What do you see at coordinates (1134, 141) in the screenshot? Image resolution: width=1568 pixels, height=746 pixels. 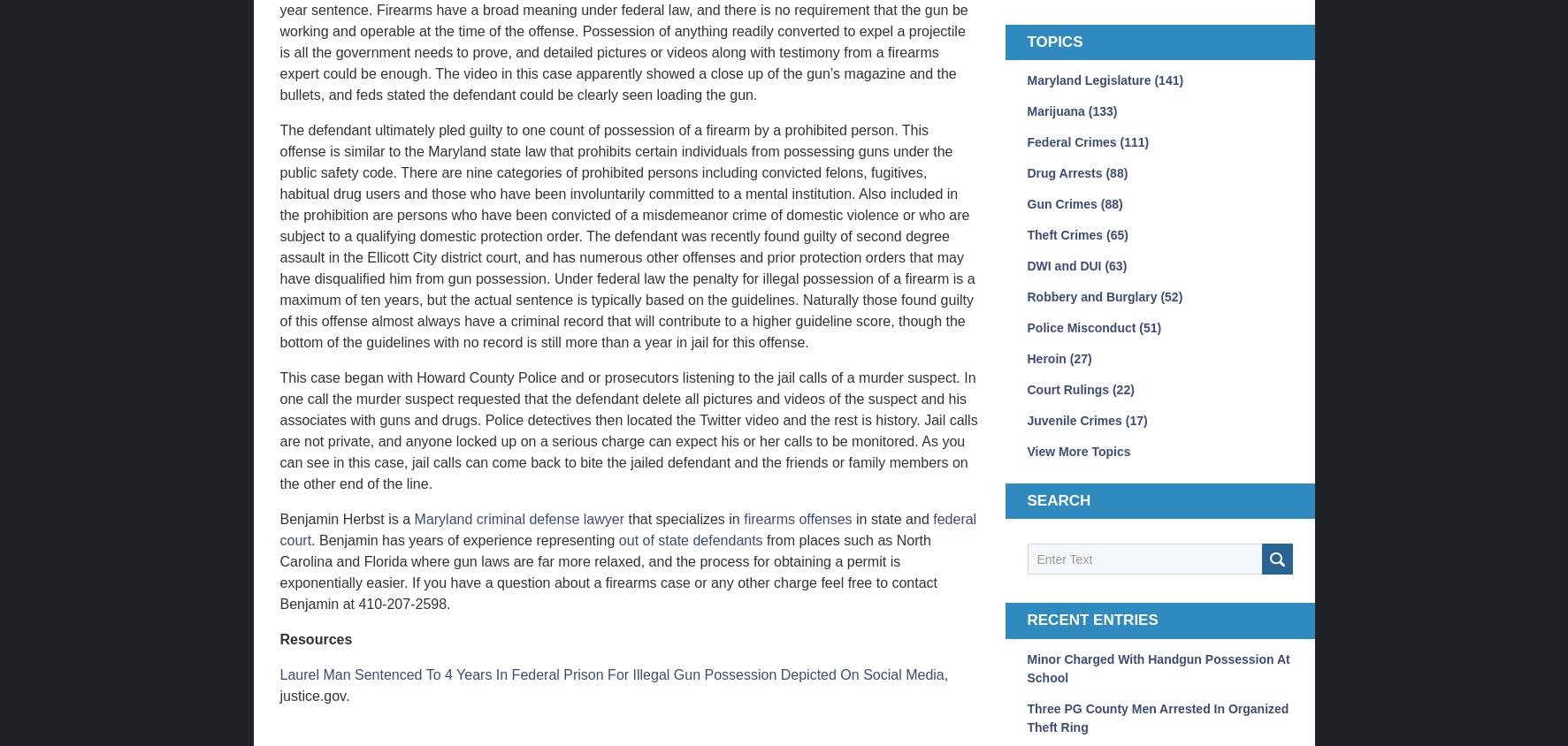 I see `'(111)'` at bounding box center [1134, 141].